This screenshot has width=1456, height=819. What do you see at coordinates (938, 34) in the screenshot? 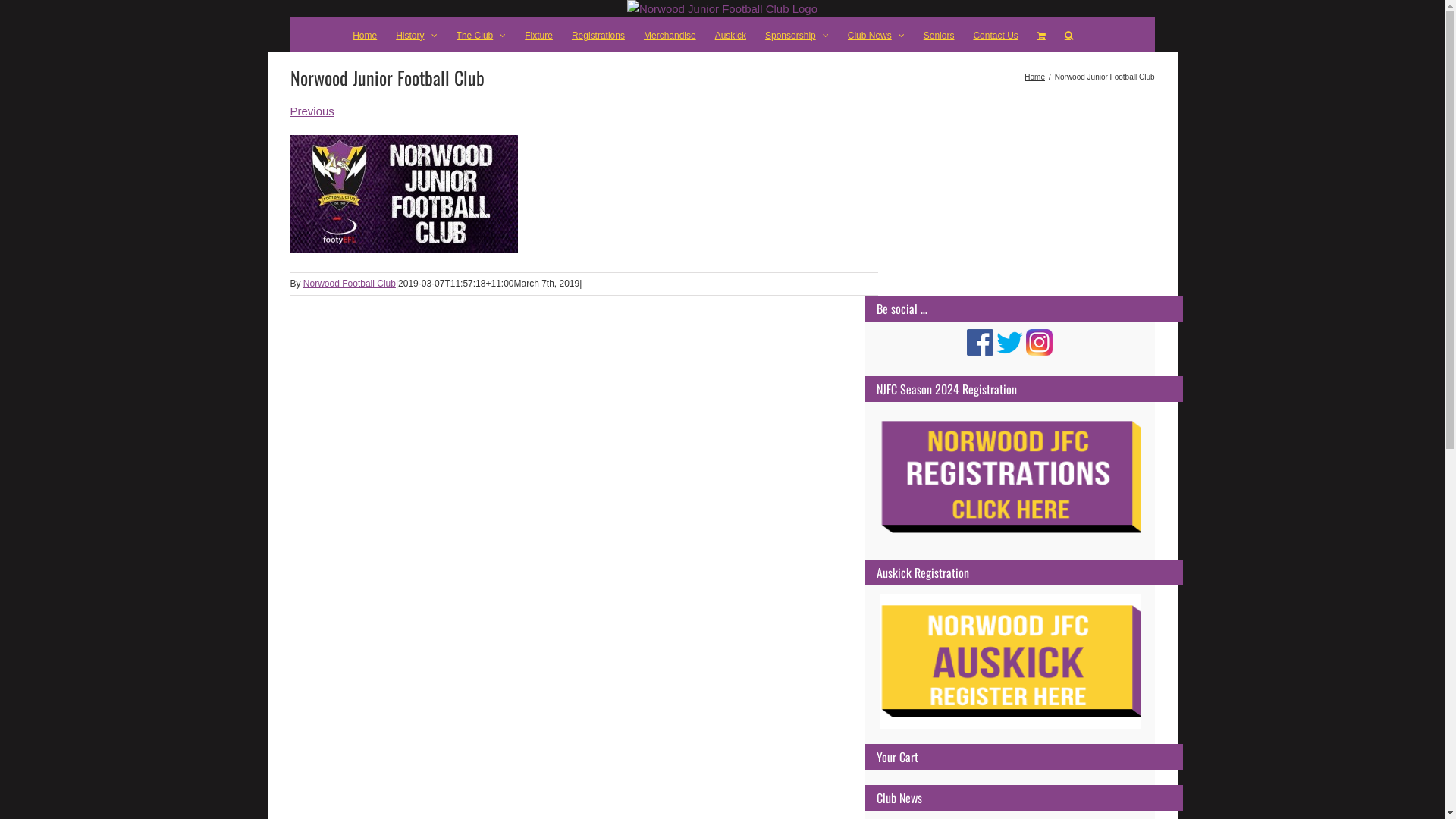
I see `'Seniors'` at bounding box center [938, 34].